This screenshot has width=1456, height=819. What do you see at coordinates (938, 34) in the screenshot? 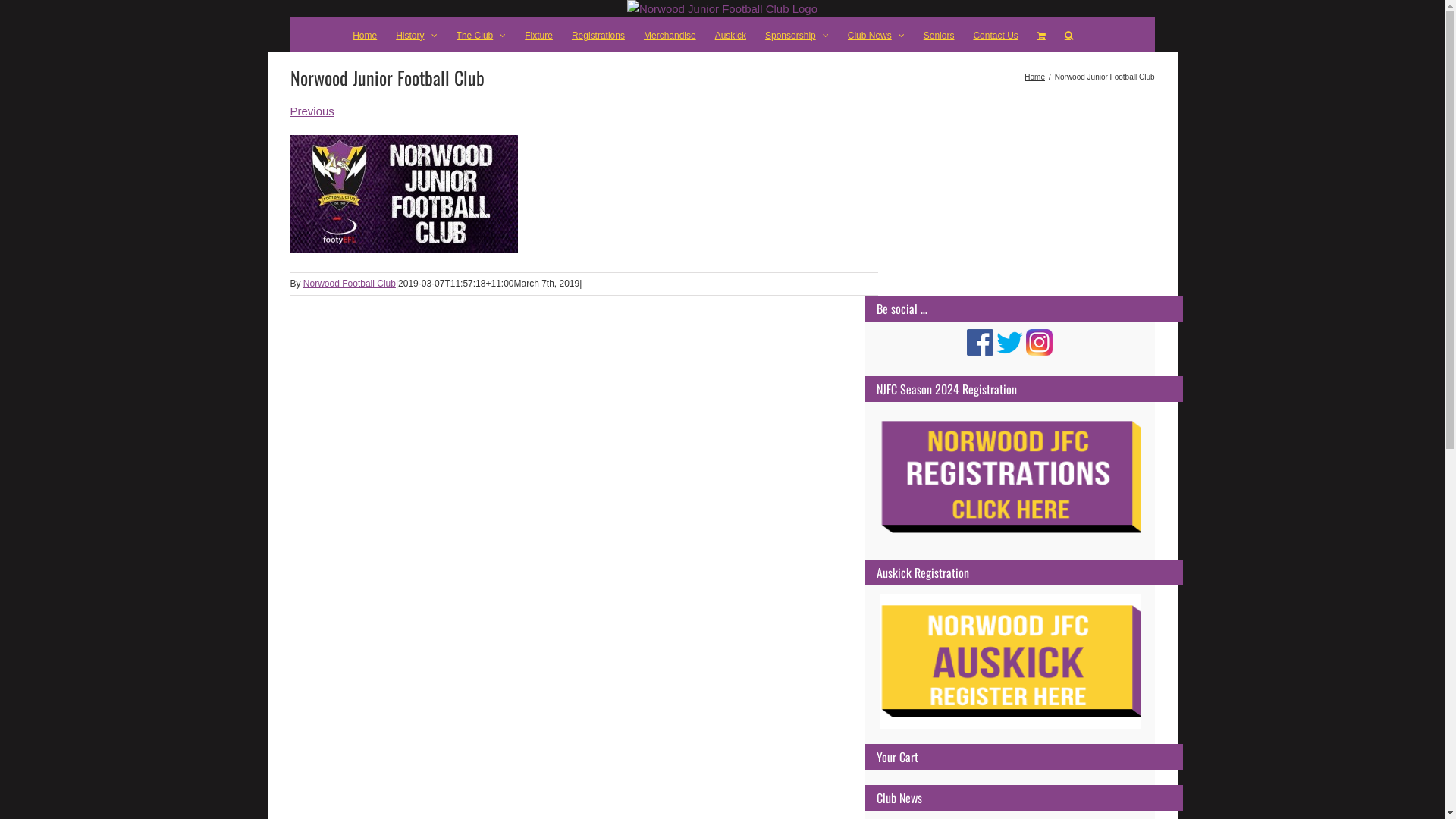
I see `'Seniors'` at bounding box center [938, 34].